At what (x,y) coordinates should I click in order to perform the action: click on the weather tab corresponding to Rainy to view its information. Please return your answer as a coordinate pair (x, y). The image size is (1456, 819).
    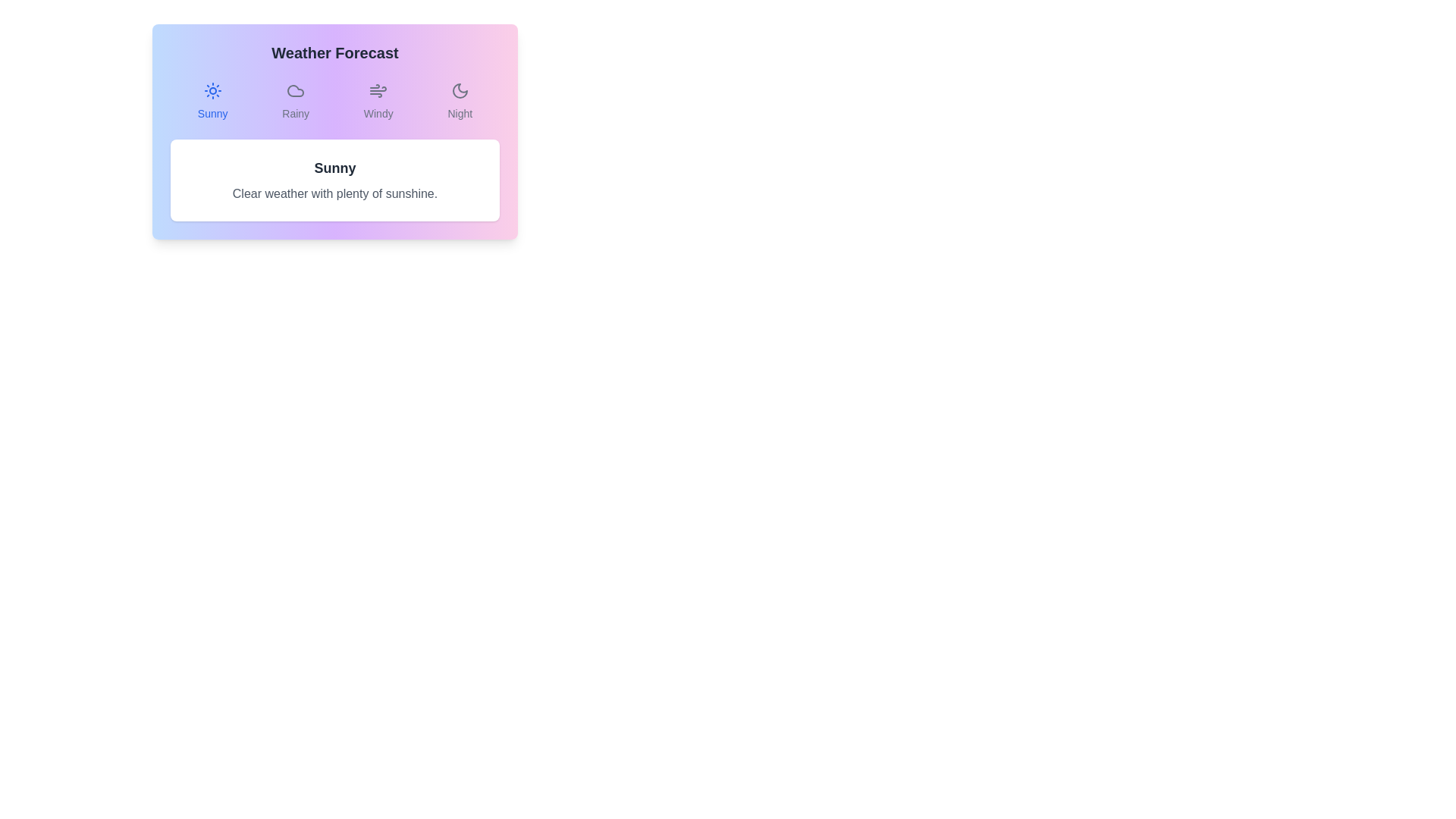
    Looking at the image, I should click on (295, 102).